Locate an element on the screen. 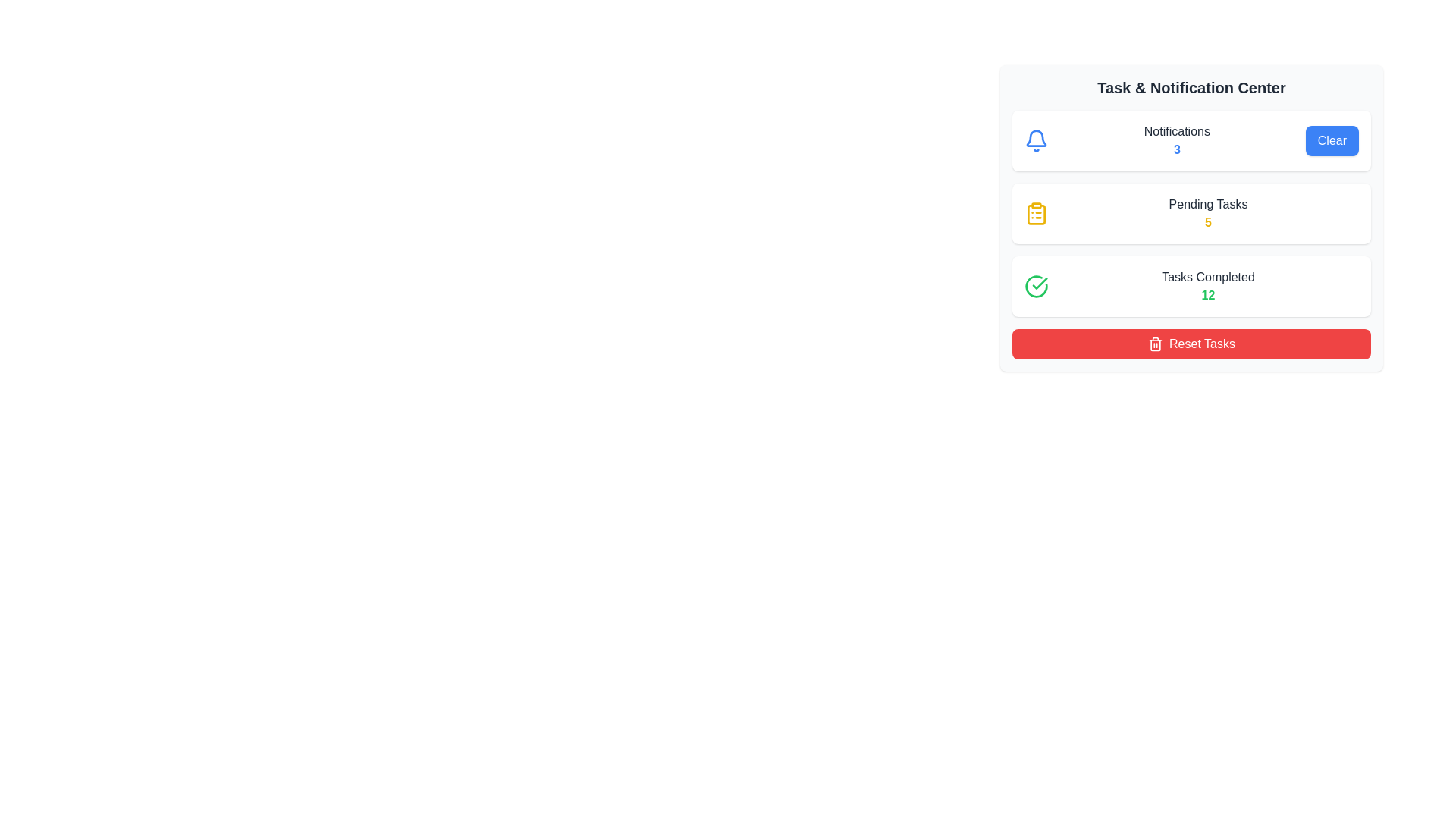 Image resolution: width=1456 pixels, height=819 pixels. the notification bell icon with a blue outline located in the 'Notifications' section of the 'Task & Notification Center' card is located at coordinates (1036, 140).